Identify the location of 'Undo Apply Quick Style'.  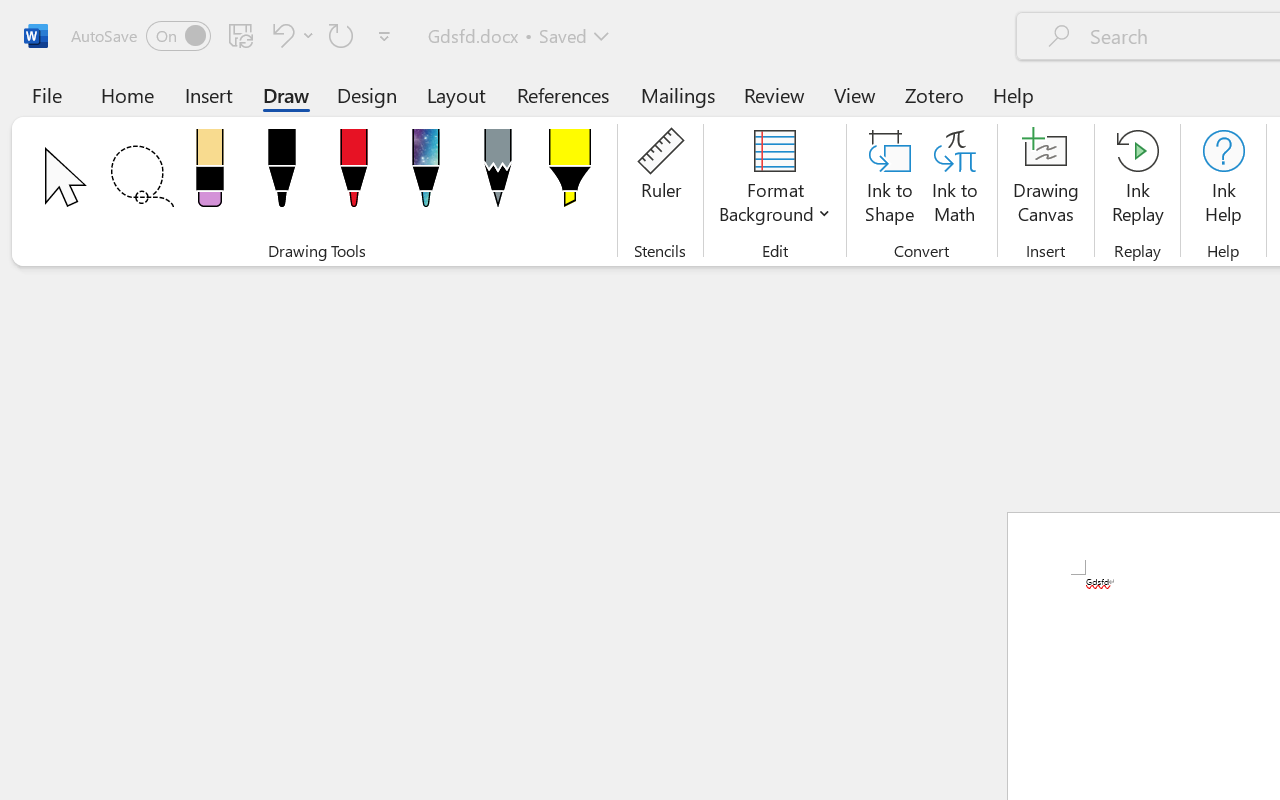
(279, 34).